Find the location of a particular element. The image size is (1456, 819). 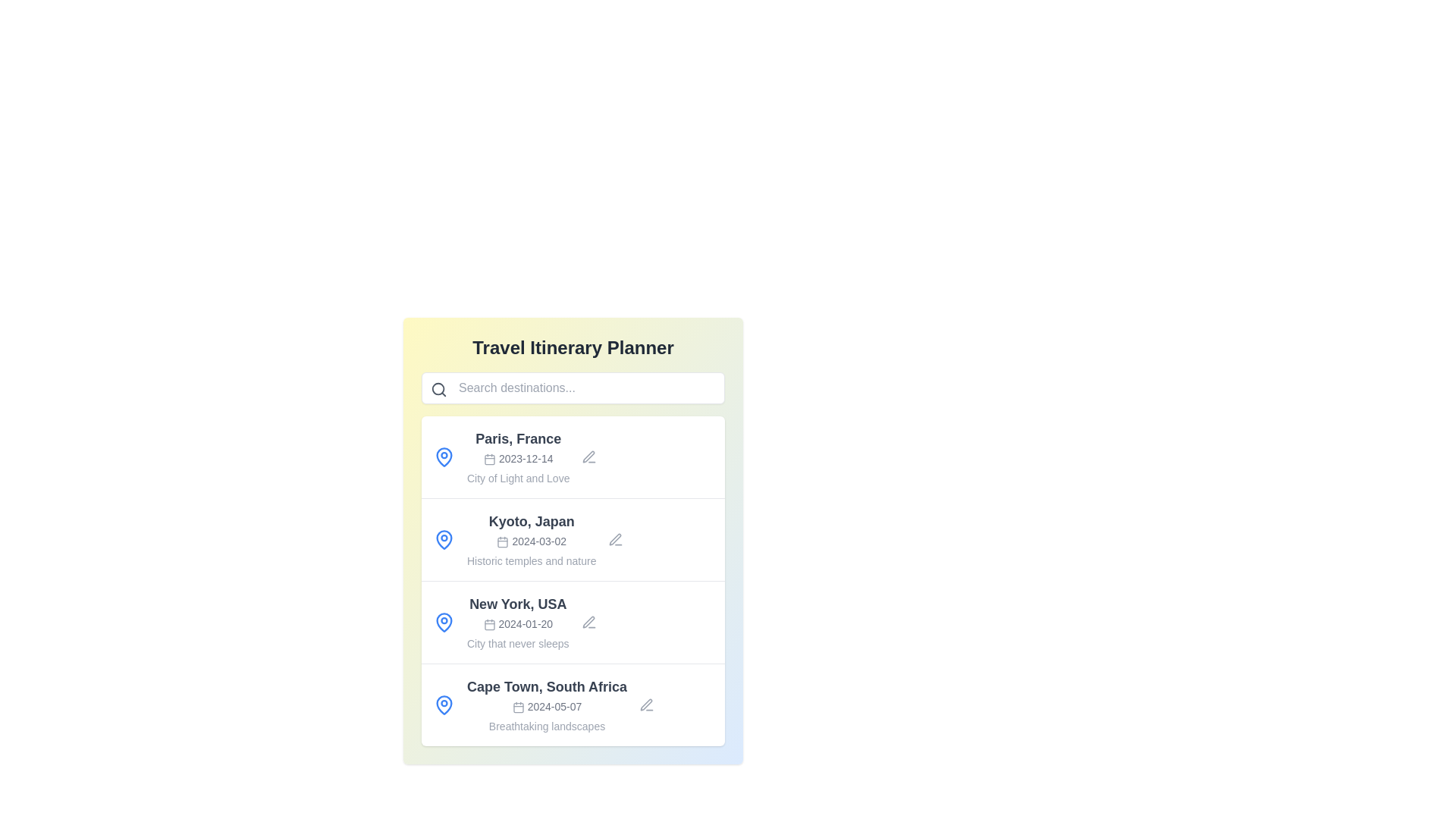

the first travel destination information card displayed below the 'Search destinations...' input field in the scrollable panel is located at coordinates (572, 456).